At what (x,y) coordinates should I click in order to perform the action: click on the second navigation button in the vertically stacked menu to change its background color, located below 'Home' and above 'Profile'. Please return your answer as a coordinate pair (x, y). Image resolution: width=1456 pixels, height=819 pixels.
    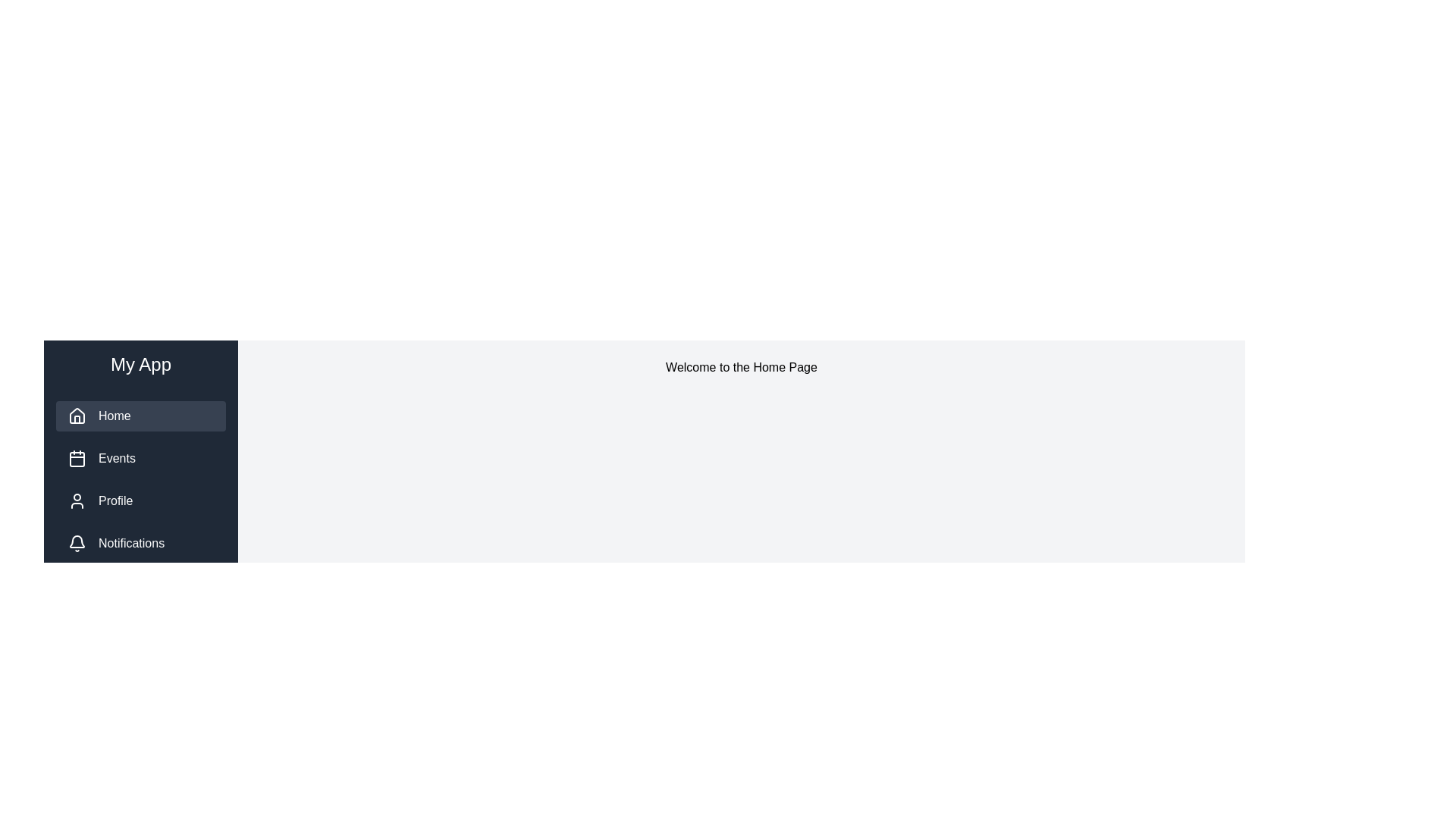
    Looking at the image, I should click on (141, 458).